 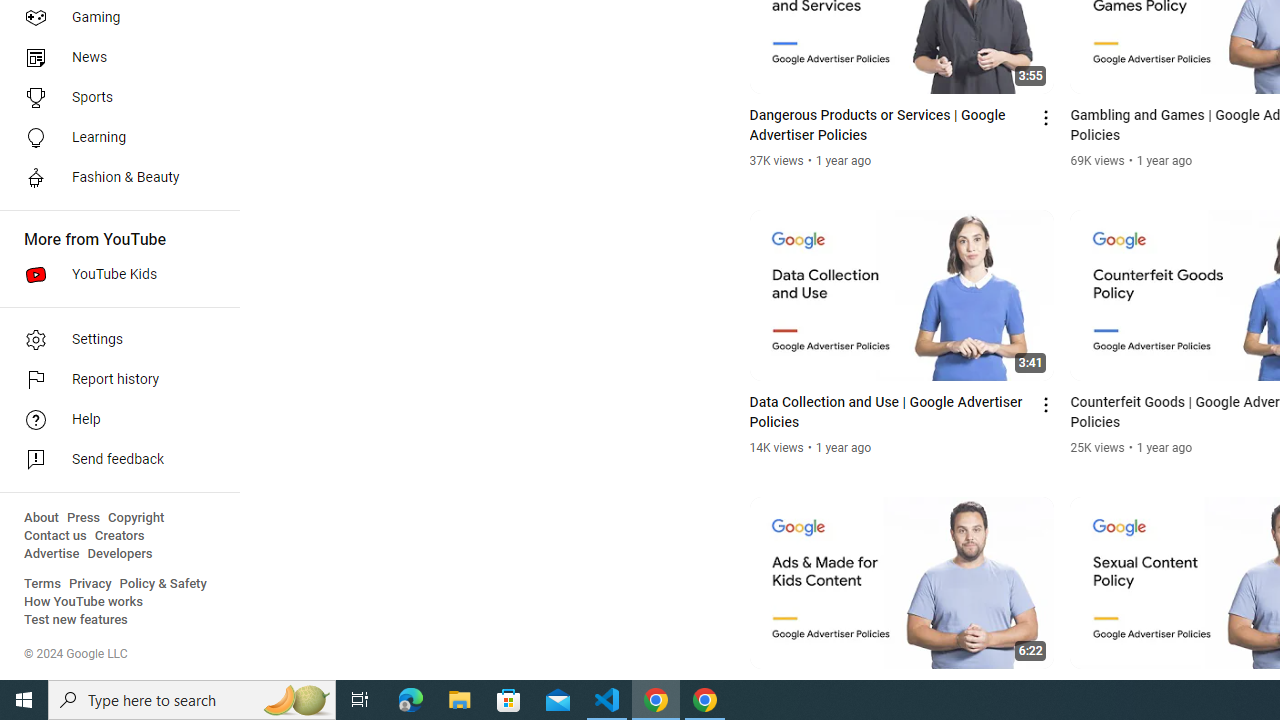 What do you see at coordinates (51, 554) in the screenshot?
I see `'Advertise'` at bounding box center [51, 554].